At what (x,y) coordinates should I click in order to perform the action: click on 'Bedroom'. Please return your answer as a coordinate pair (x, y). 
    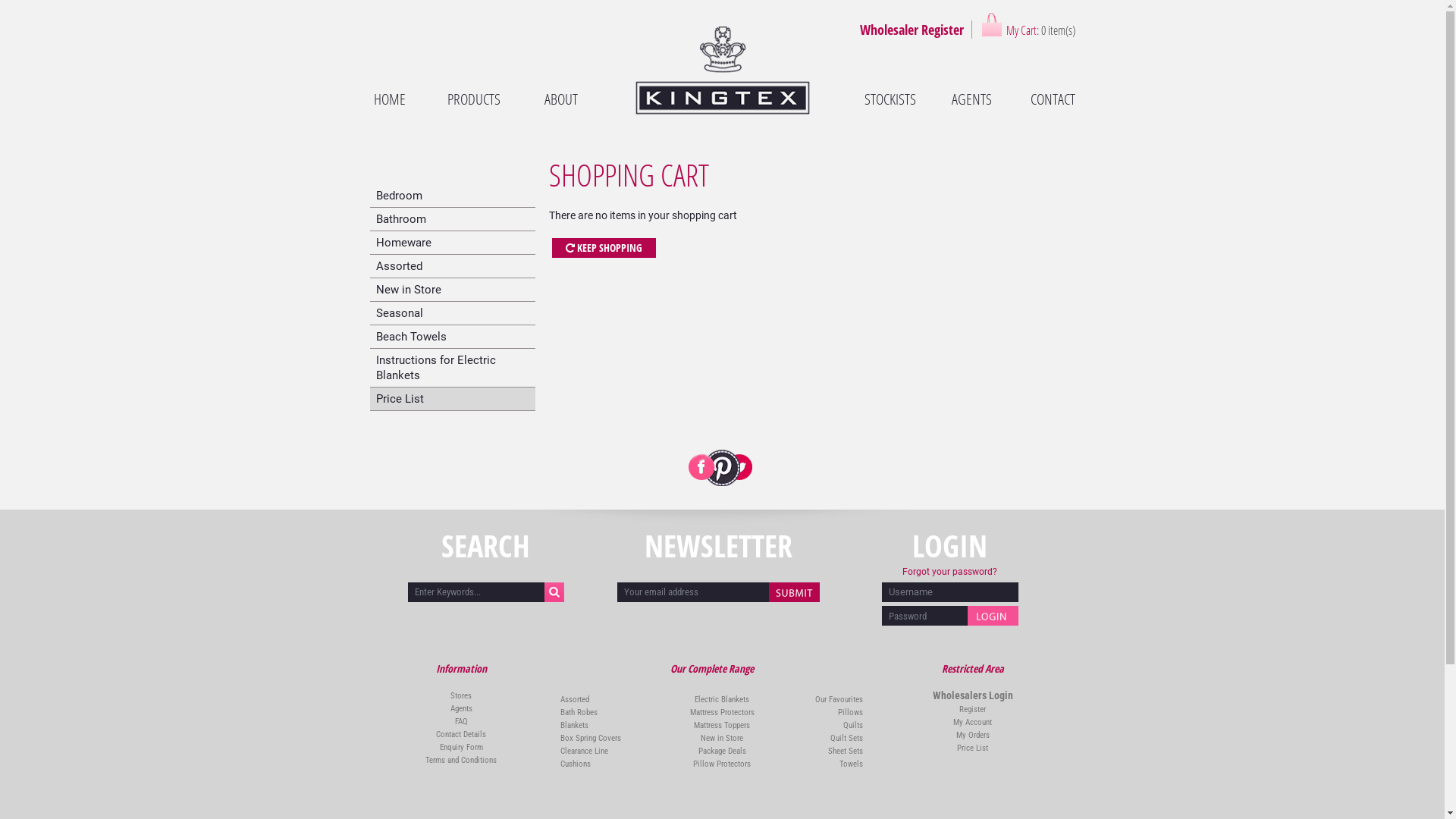
    Looking at the image, I should click on (370, 195).